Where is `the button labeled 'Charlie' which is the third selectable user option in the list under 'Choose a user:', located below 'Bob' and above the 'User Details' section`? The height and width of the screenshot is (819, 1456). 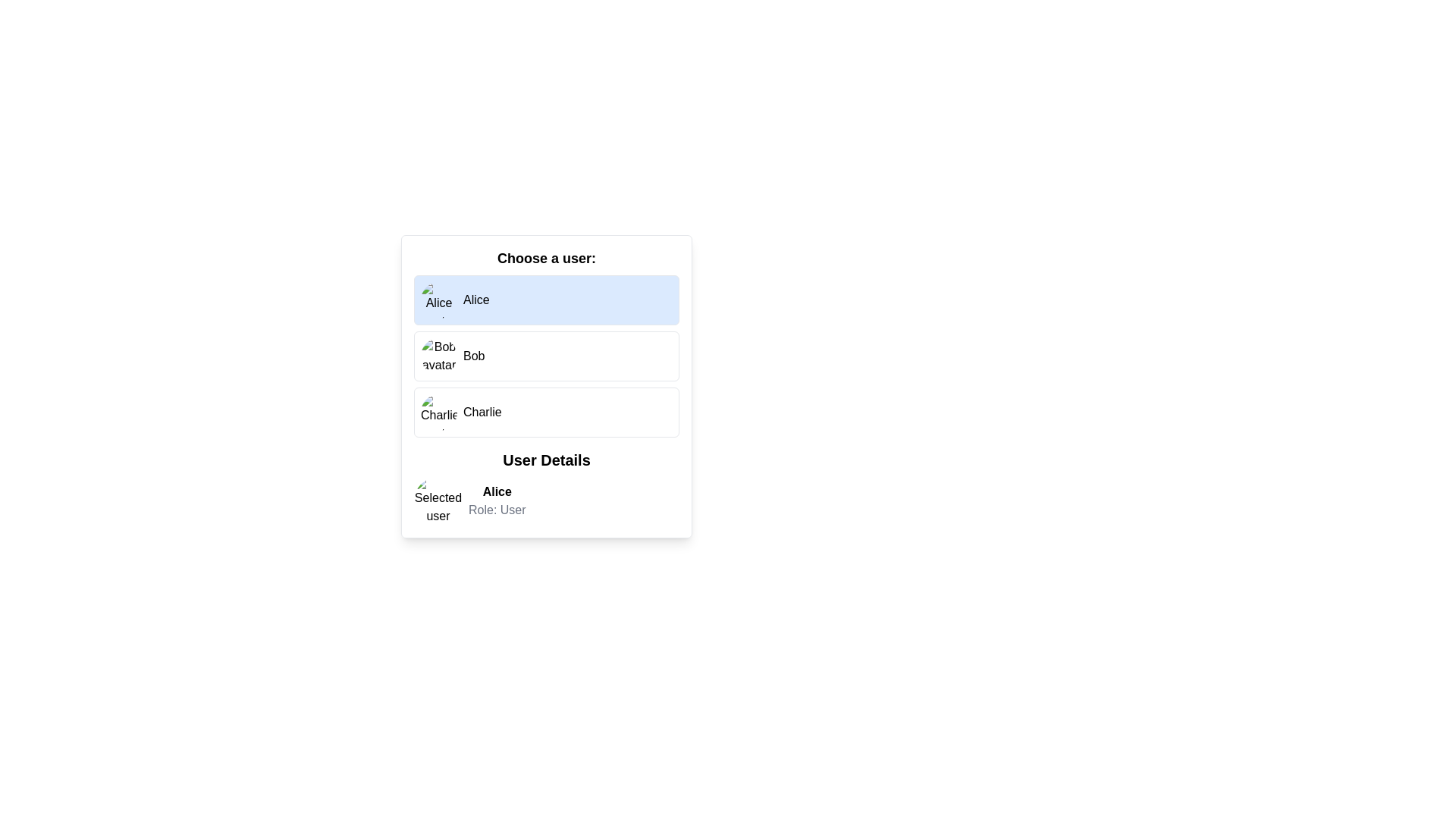
the button labeled 'Charlie' which is the third selectable user option in the list under 'Choose a user:', located below 'Bob' and above the 'User Details' section is located at coordinates (546, 412).